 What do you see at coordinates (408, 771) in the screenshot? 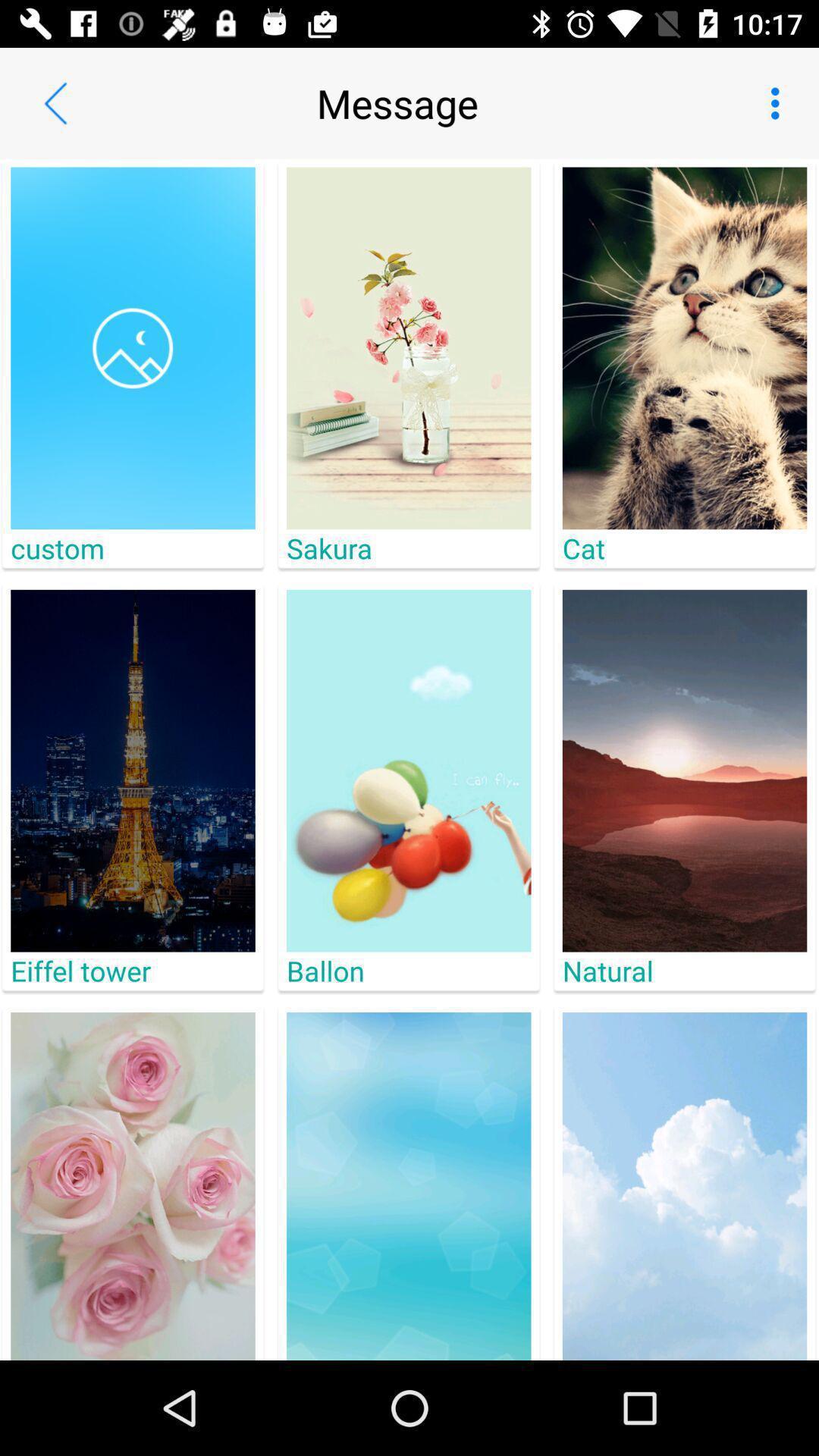
I see `the image above ballon` at bounding box center [408, 771].